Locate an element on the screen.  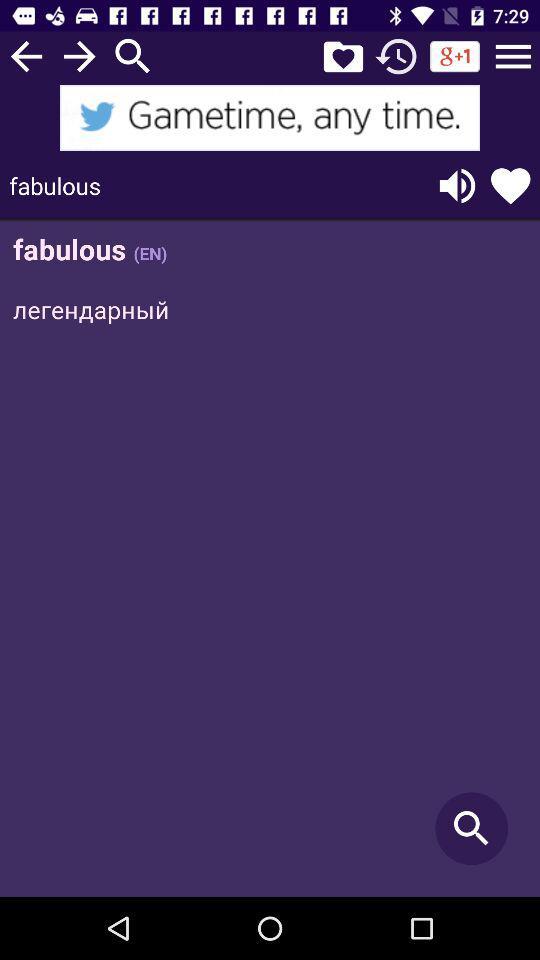
like that word is located at coordinates (510, 185).